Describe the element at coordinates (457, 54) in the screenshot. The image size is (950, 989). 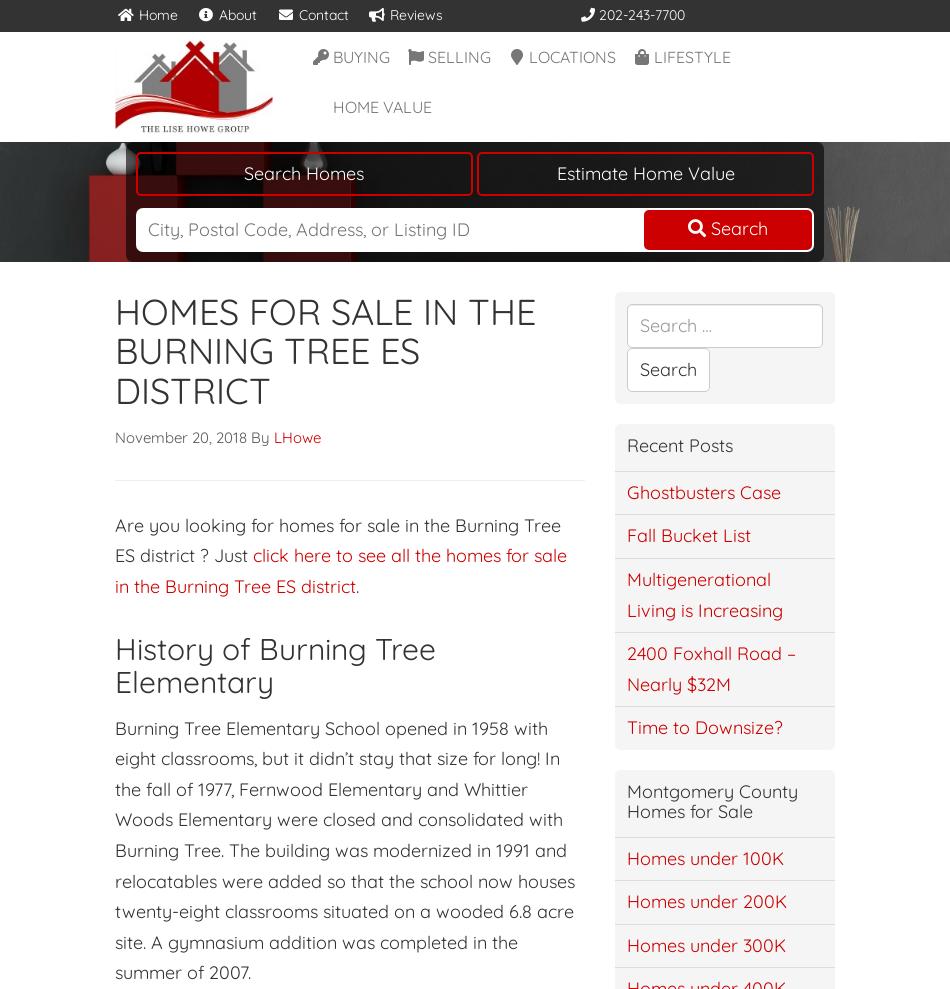
I see `'Selling'` at that location.